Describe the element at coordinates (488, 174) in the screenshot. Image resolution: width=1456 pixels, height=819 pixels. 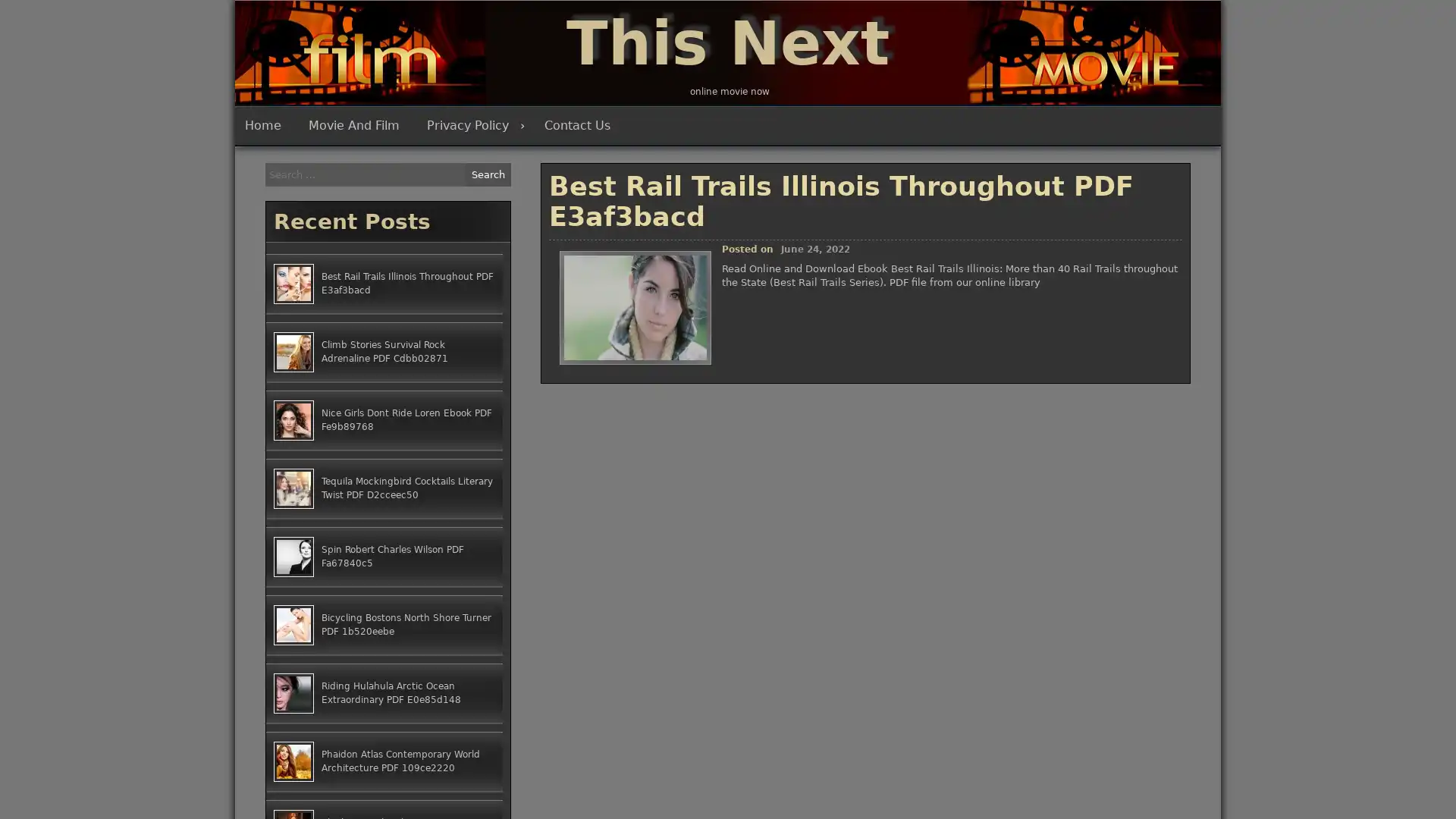
I see `Search` at that location.